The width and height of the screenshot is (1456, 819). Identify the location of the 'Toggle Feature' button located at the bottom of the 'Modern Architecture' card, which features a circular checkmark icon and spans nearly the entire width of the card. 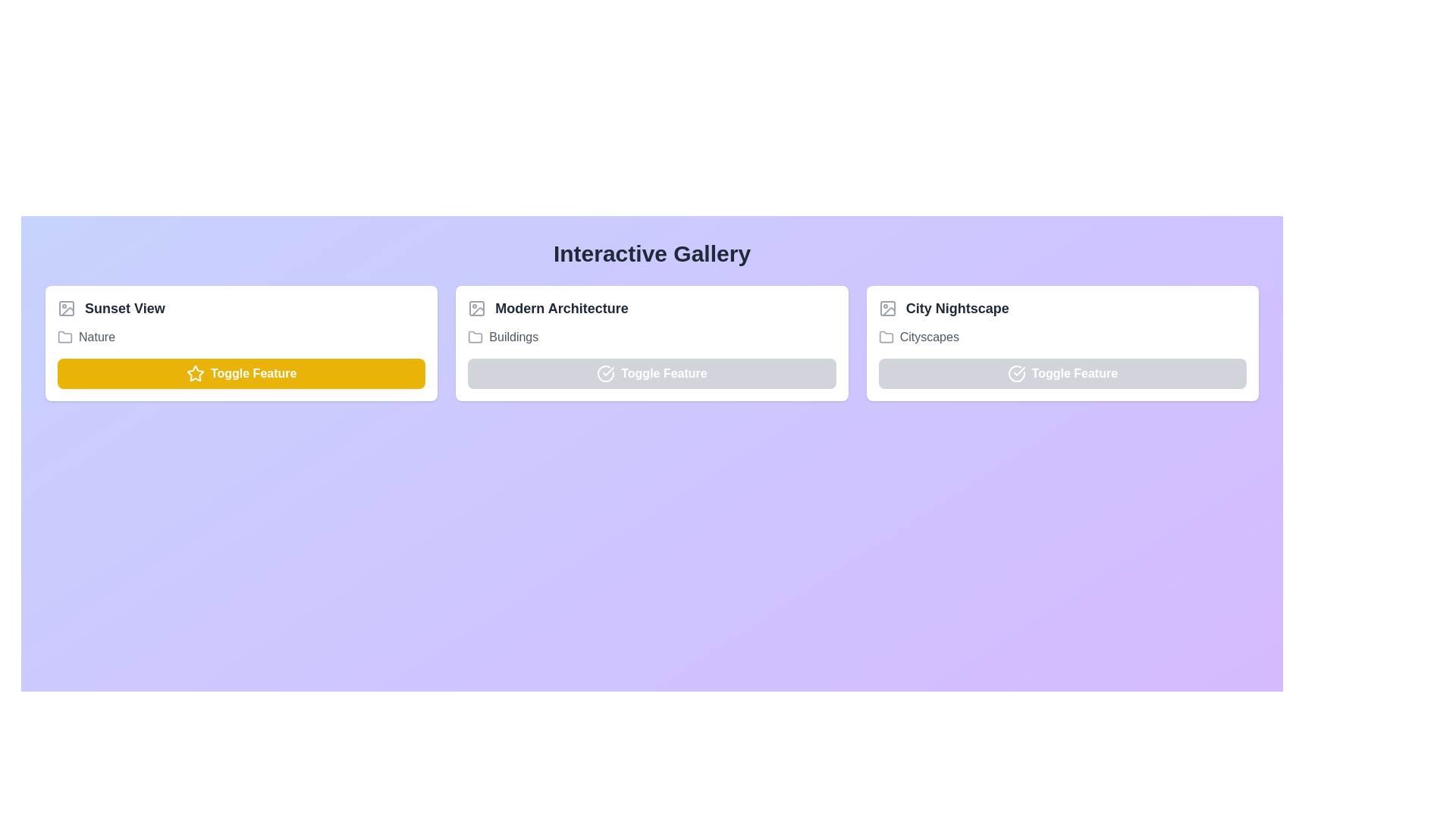
(651, 374).